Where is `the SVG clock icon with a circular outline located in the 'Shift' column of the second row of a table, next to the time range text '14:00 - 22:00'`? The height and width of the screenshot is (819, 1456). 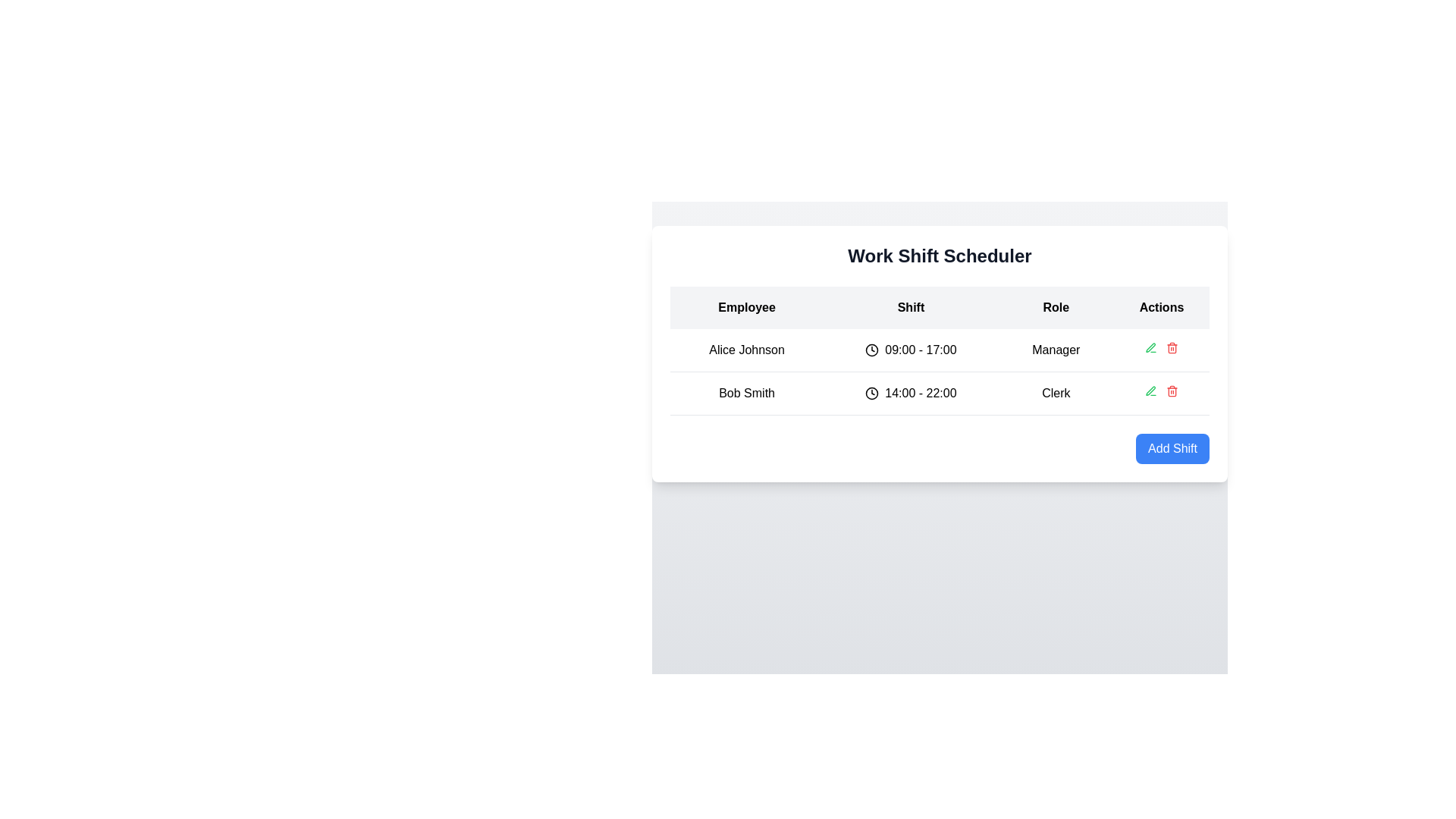 the SVG clock icon with a circular outline located in the 'Shift' column of the second row of a table, next to the time range text '14:00 - 22:00' is located at coordinates (872, 393).